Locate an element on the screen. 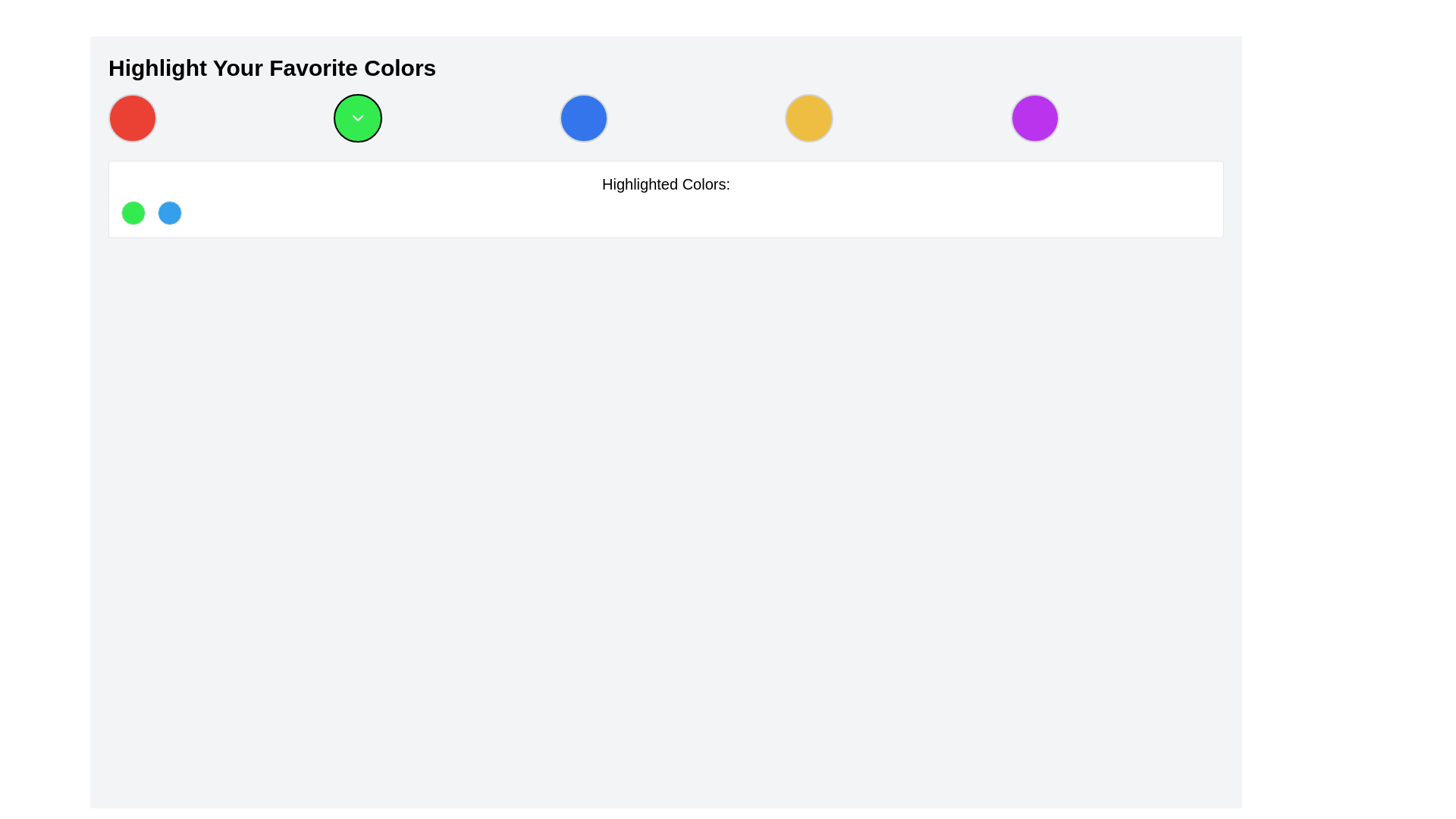 This screenshot has height=819, width=1456. the fourth circular selectable color option button located in the center-right of the row is located at coordinates (808, 117).